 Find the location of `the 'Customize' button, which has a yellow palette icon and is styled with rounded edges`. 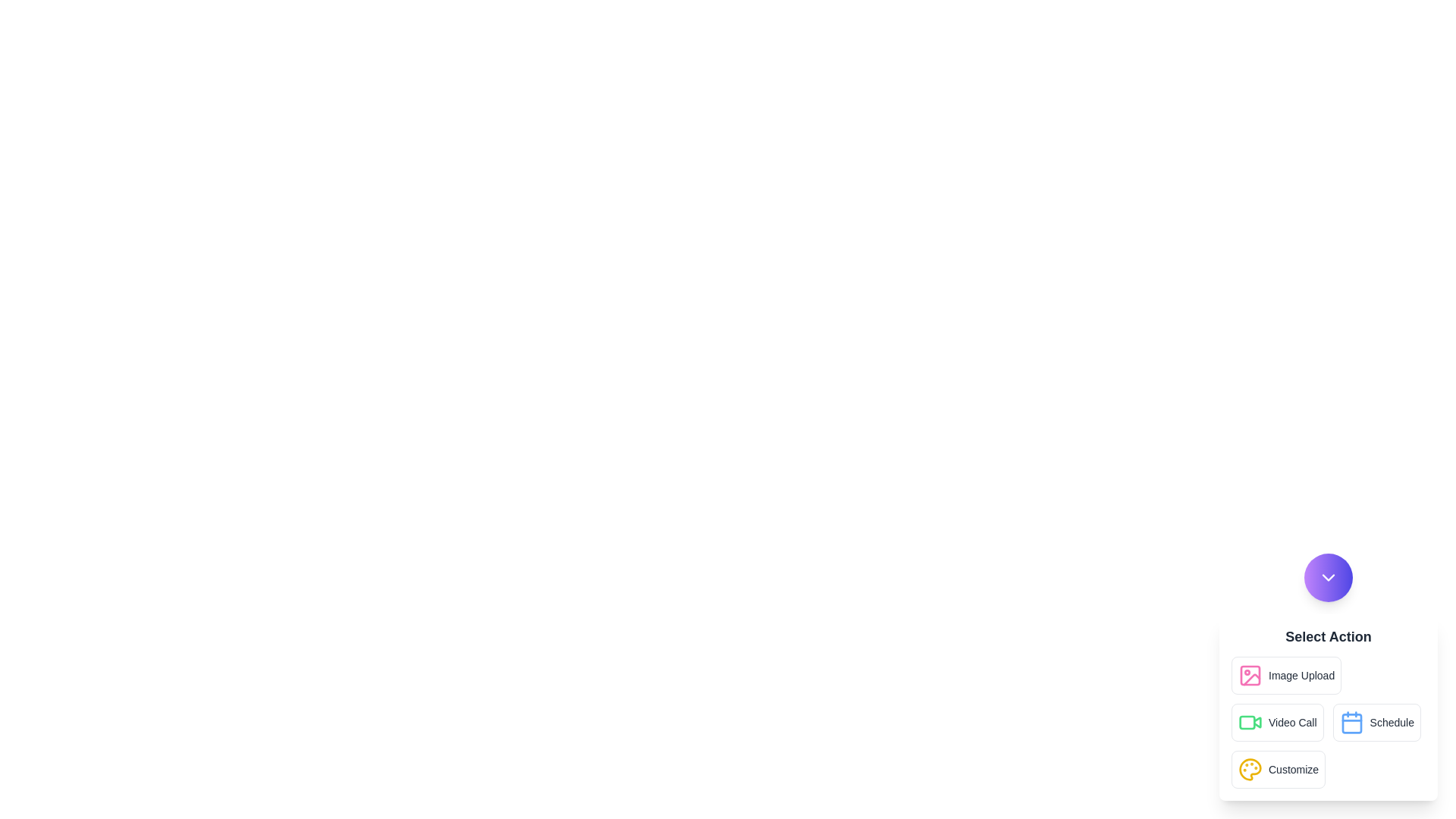

the 'Customize' button, which has a yellow palette icon and is styled with rounded edges is located at coordinates (1278, 769).